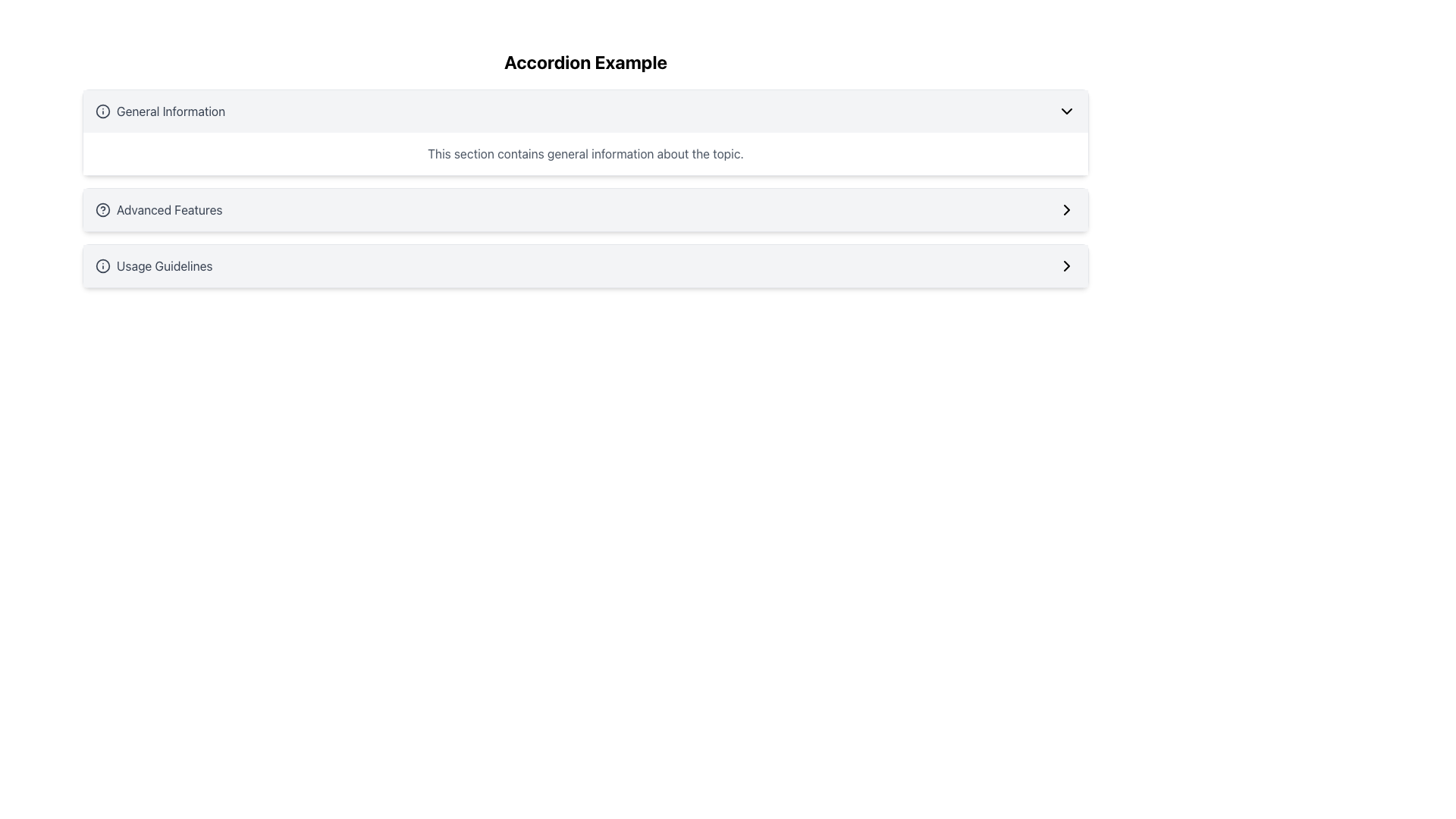  What do you see at coordinates (160, 110) in the screenshot?
I see `the 'General Information' label in the accordion section` at bounding box center [160, 110].